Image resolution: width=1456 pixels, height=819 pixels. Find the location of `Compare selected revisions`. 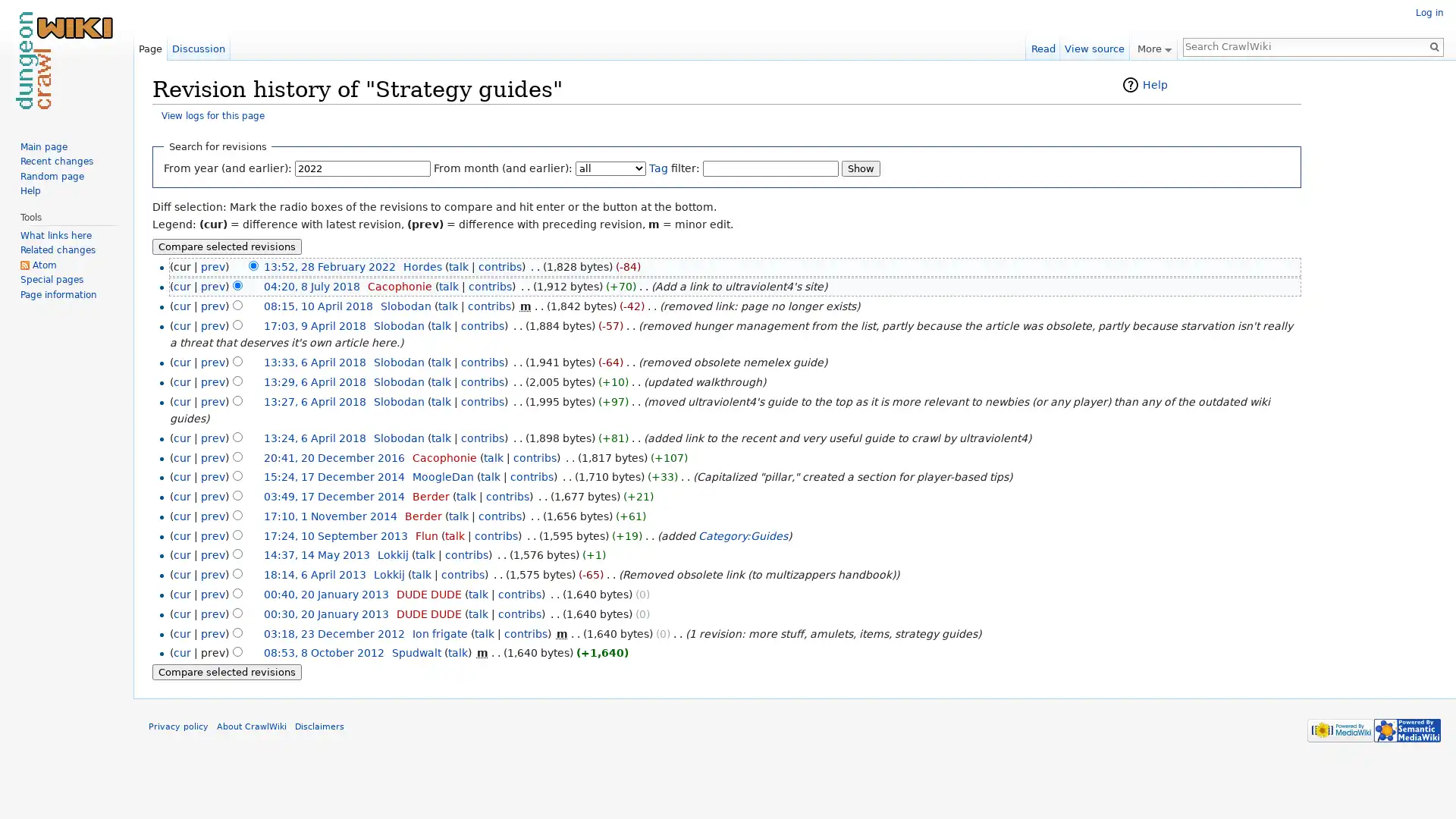

Compare selected revisions is located at coordinates (226, 671).